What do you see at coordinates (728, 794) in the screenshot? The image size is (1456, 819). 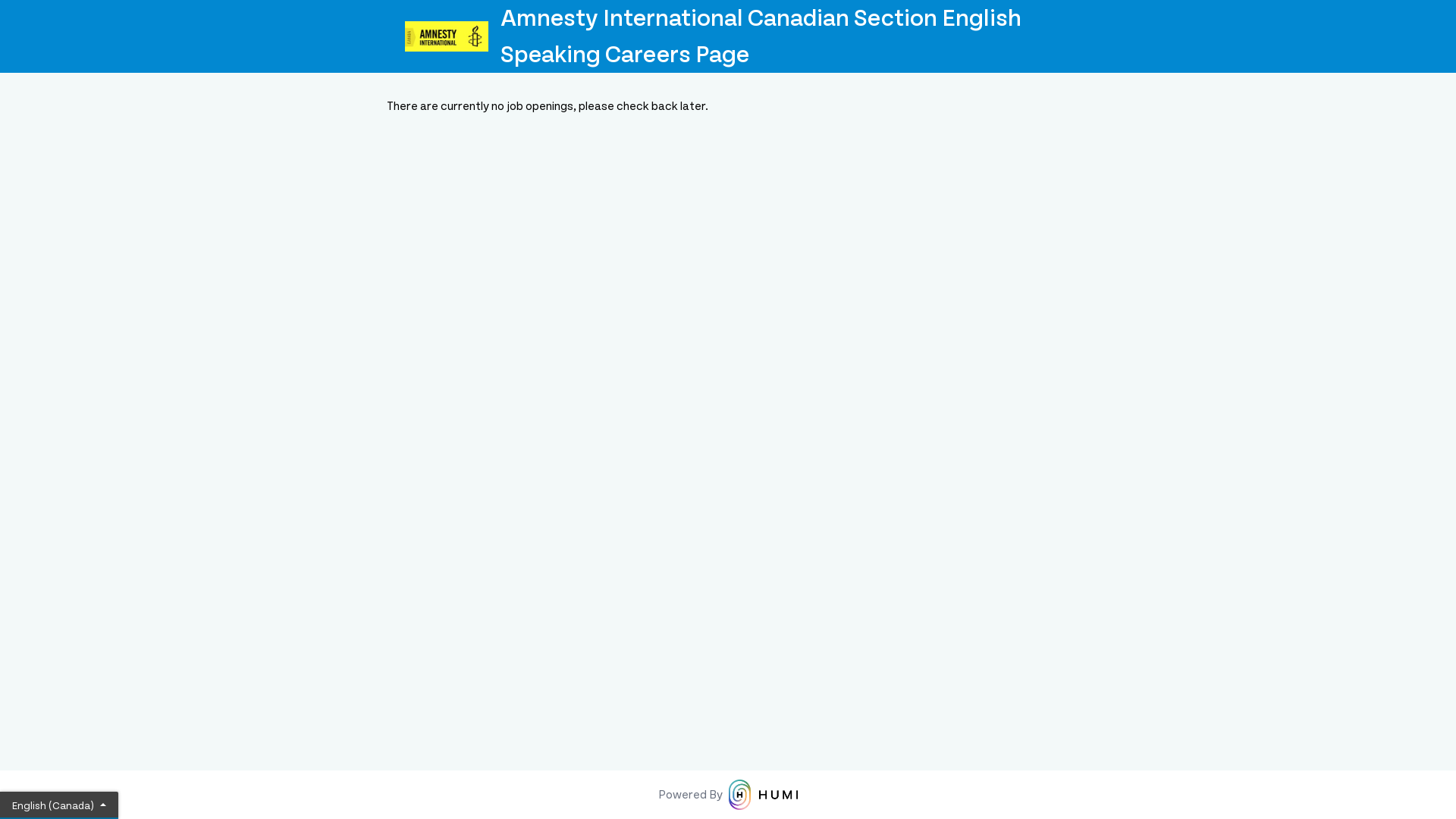 I see `'Powered By'` at bounding box center [728, 794].